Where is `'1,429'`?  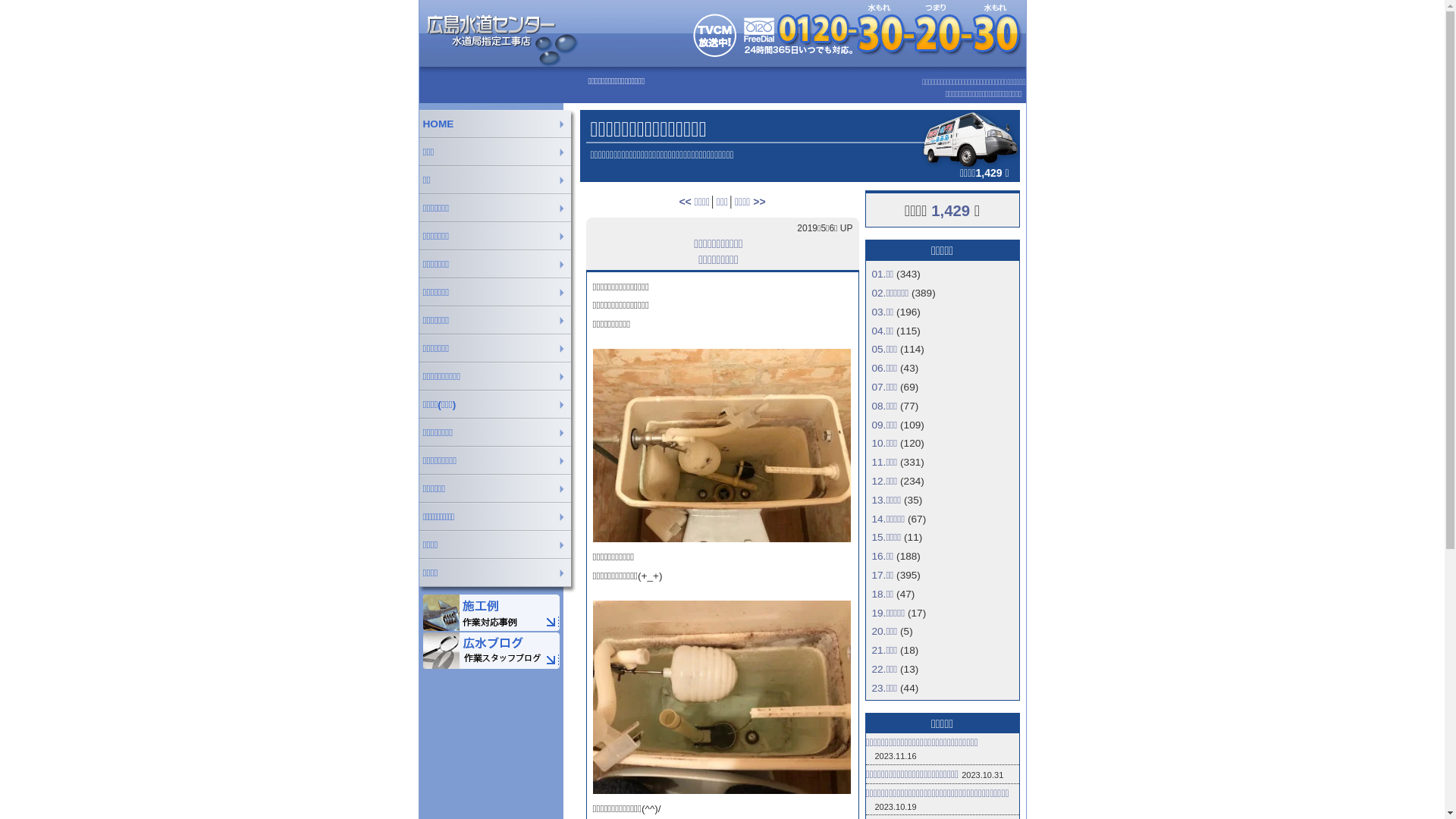 '1,429' is located at coordinates (949, 210).